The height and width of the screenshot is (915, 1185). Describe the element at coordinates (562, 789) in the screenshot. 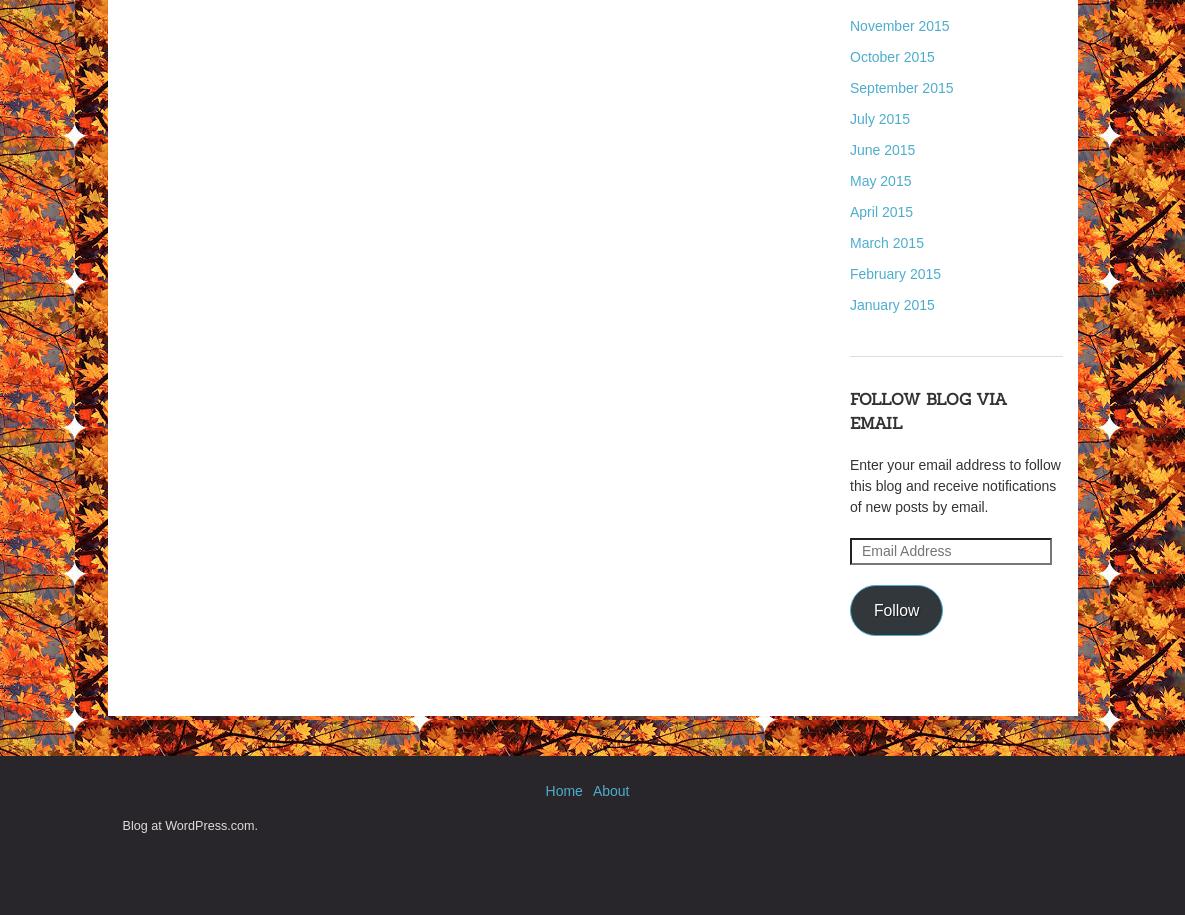

I see `'Home'` at that location.